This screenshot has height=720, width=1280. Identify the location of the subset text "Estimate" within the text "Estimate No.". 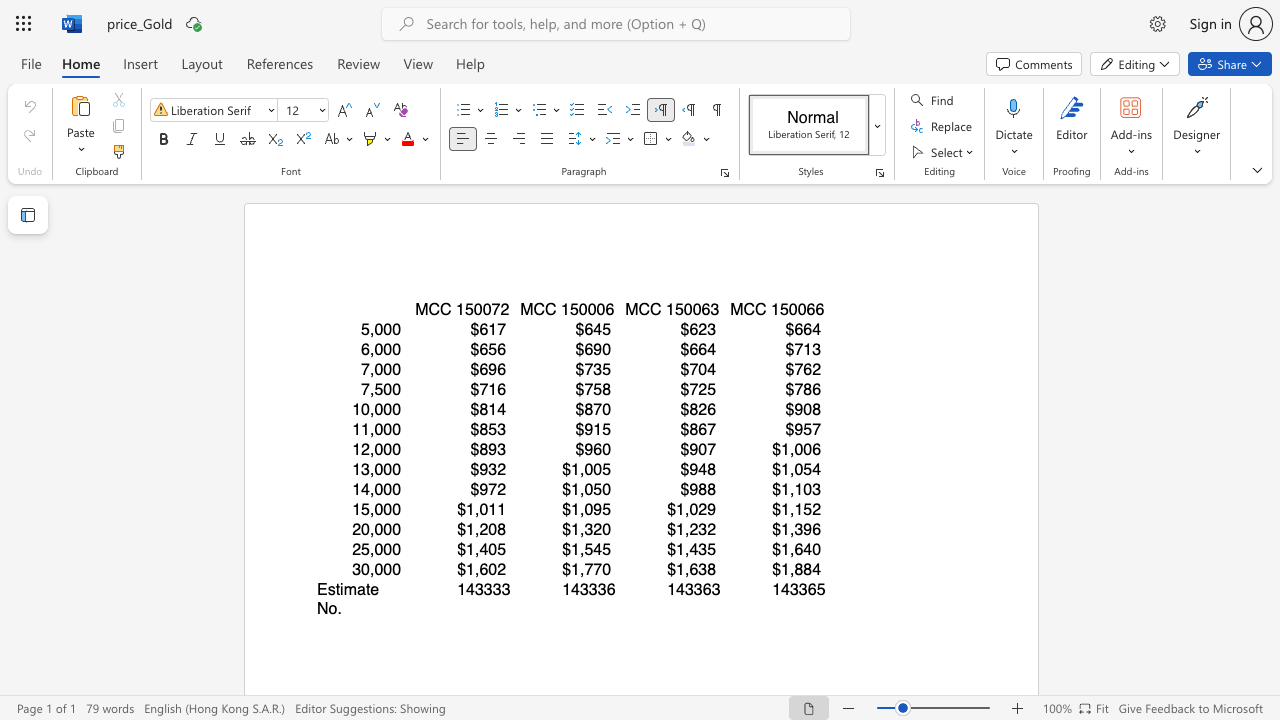
(316, 588).